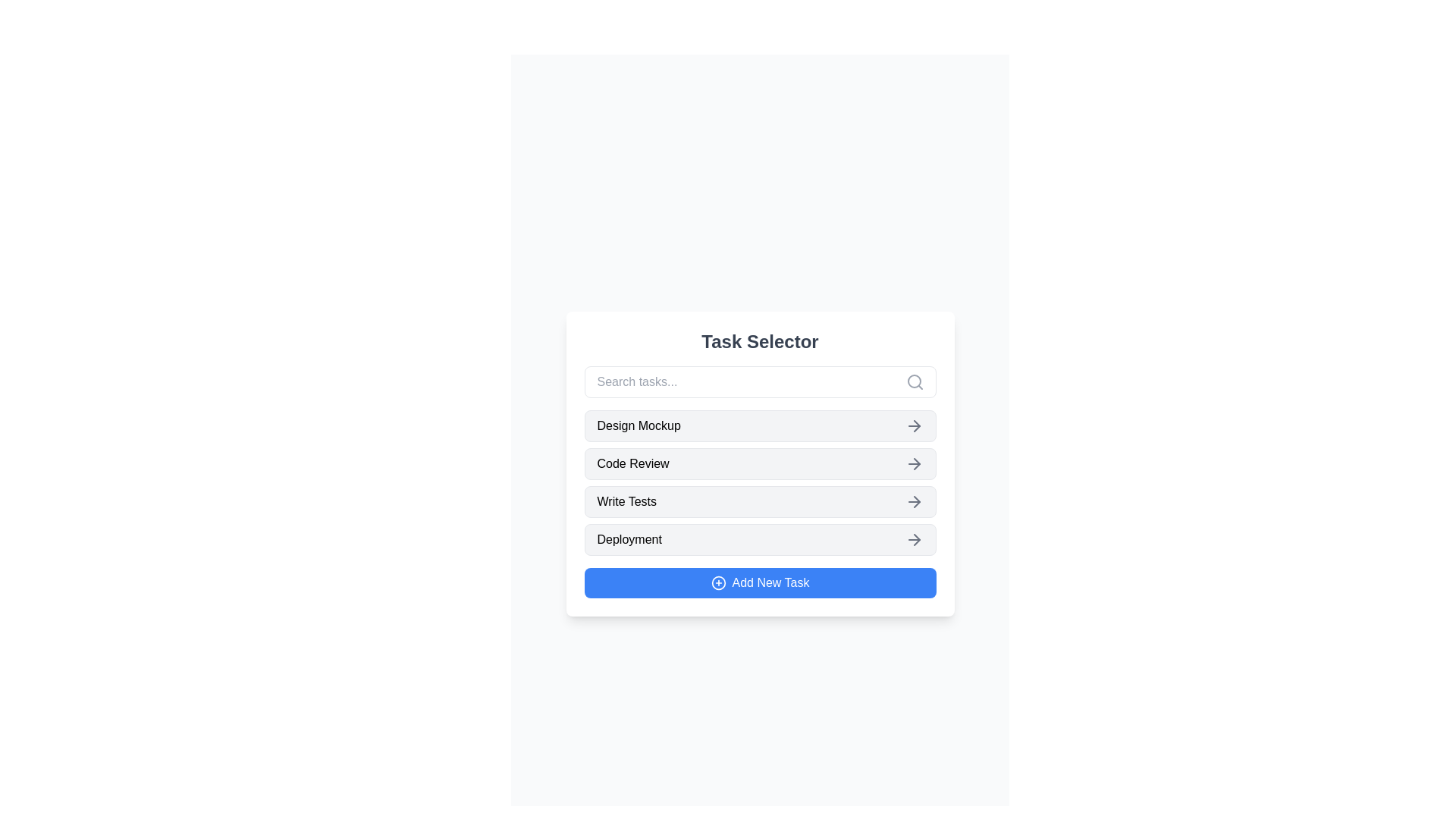  Describe the element at coordinates (717, 582) in the screenshot. I see `the circle element of the '+' icon within the blue 'Add New Task' button located at the bottom of the task management interface` at that location.